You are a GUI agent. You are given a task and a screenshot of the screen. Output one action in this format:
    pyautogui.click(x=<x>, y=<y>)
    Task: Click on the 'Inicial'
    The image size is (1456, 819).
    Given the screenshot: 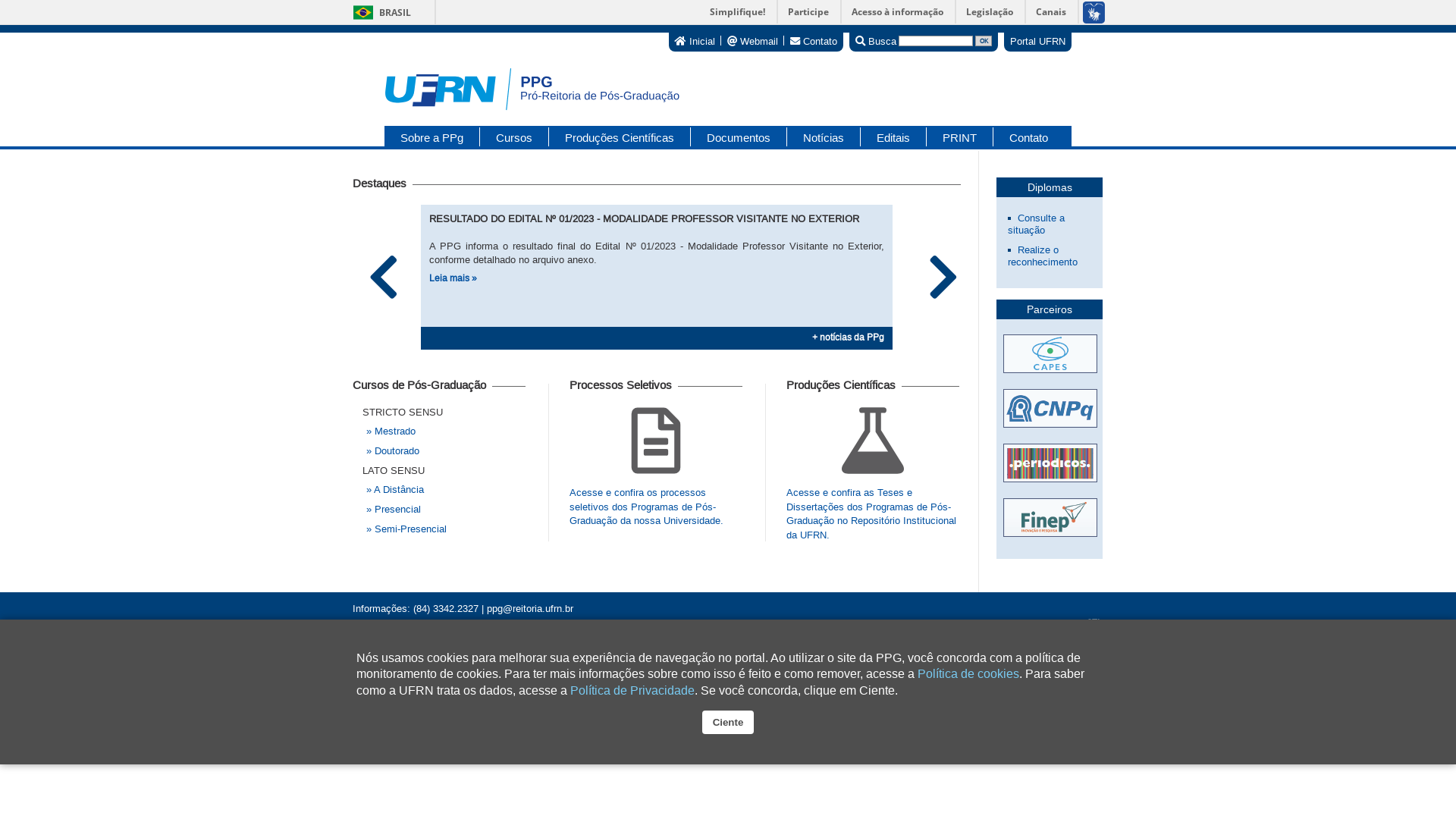 What is the action you would take?
    pyautogui.click(x=694, y=39)
    